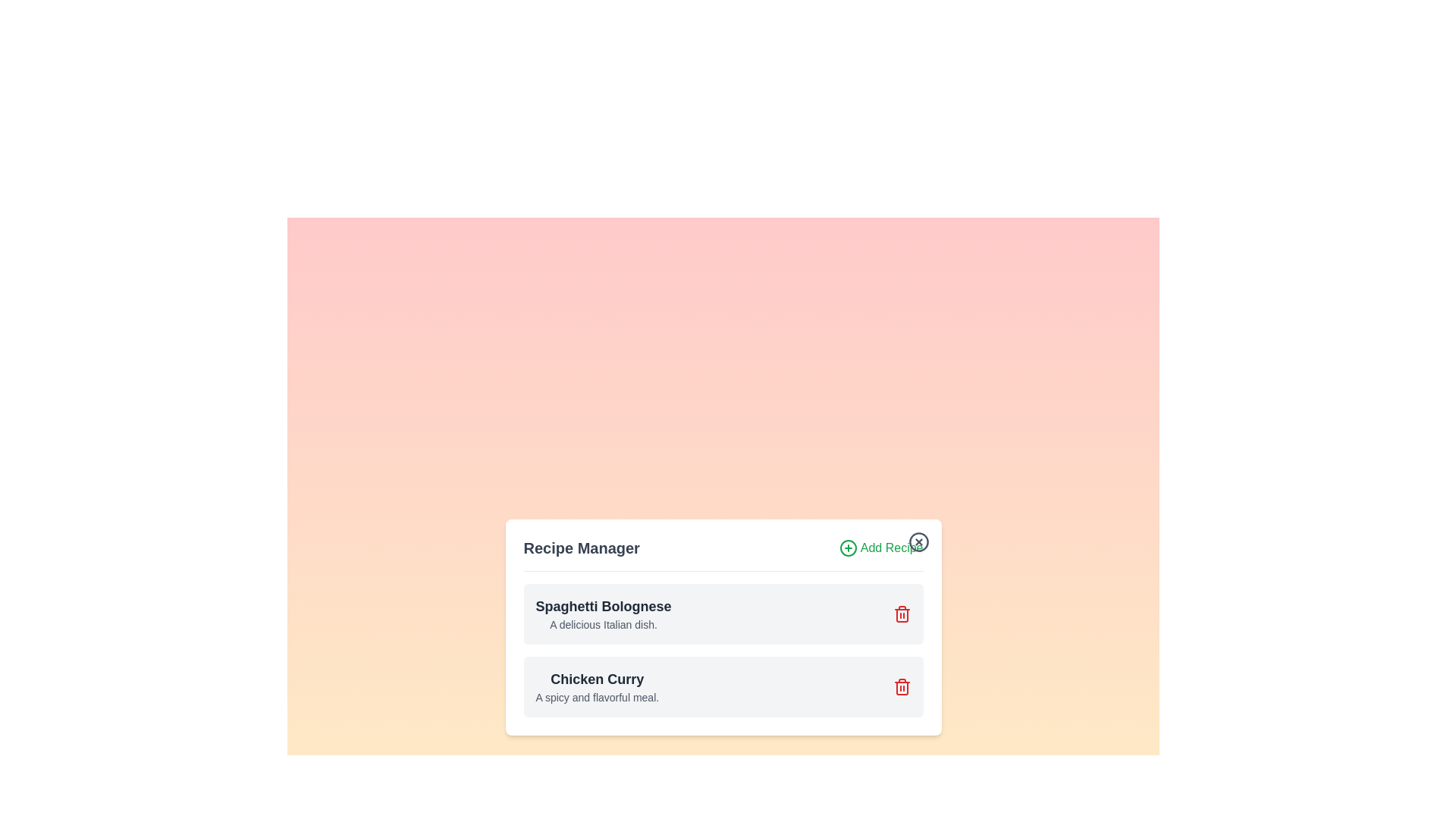 This screenshot has height=819, width=1456. What do you see at coordinates (603, 613) in the screenshot?
I see `text content of the Text block displaying the title and subtitle of a recipe item located in the first card of the Recipe Manager interface, positioned above the 'Chicken Curry' card` at bounding box center [603, 613].